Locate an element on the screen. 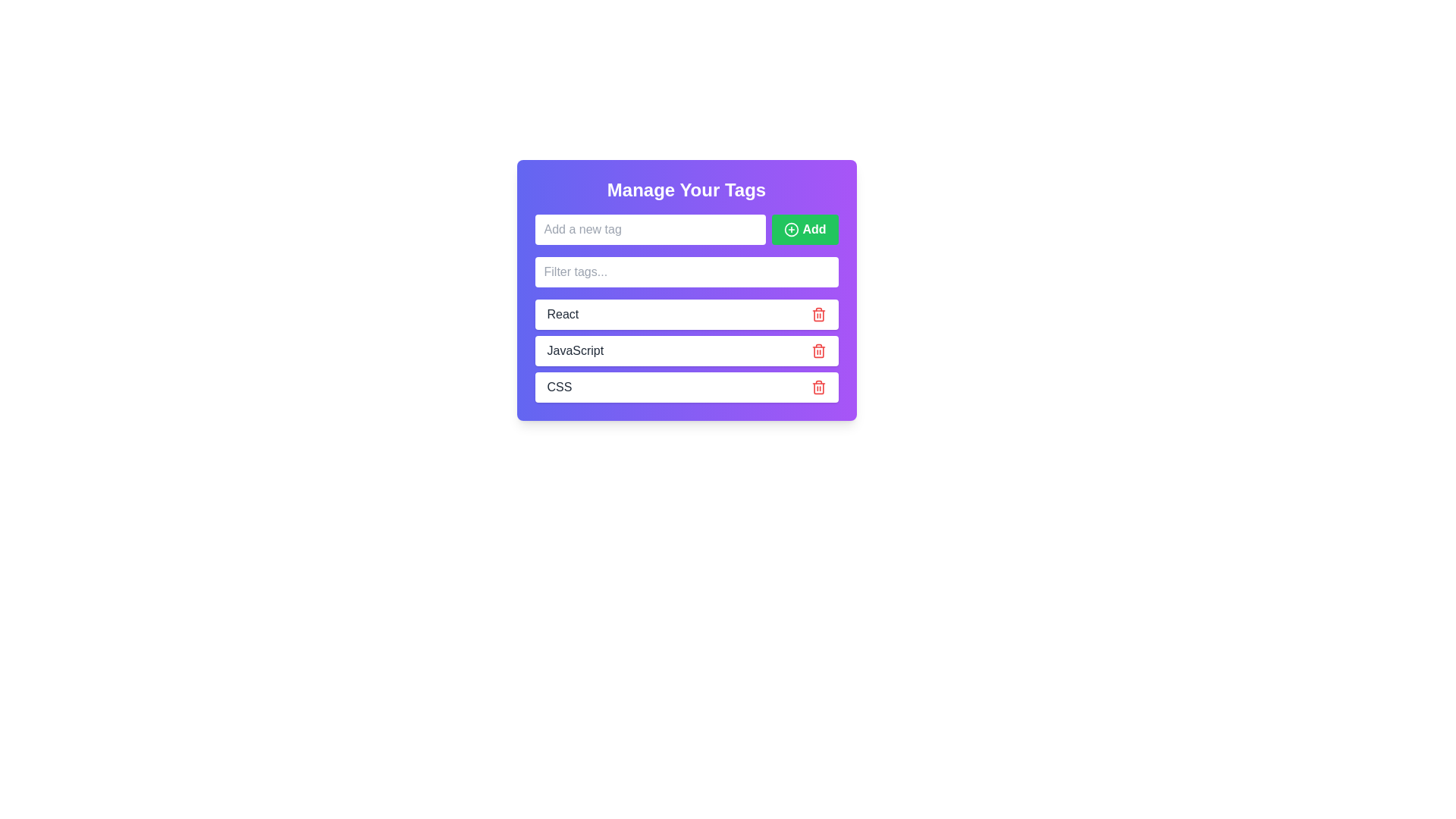  the Tag component labeled 'React' is located at coordinates (686, 314).